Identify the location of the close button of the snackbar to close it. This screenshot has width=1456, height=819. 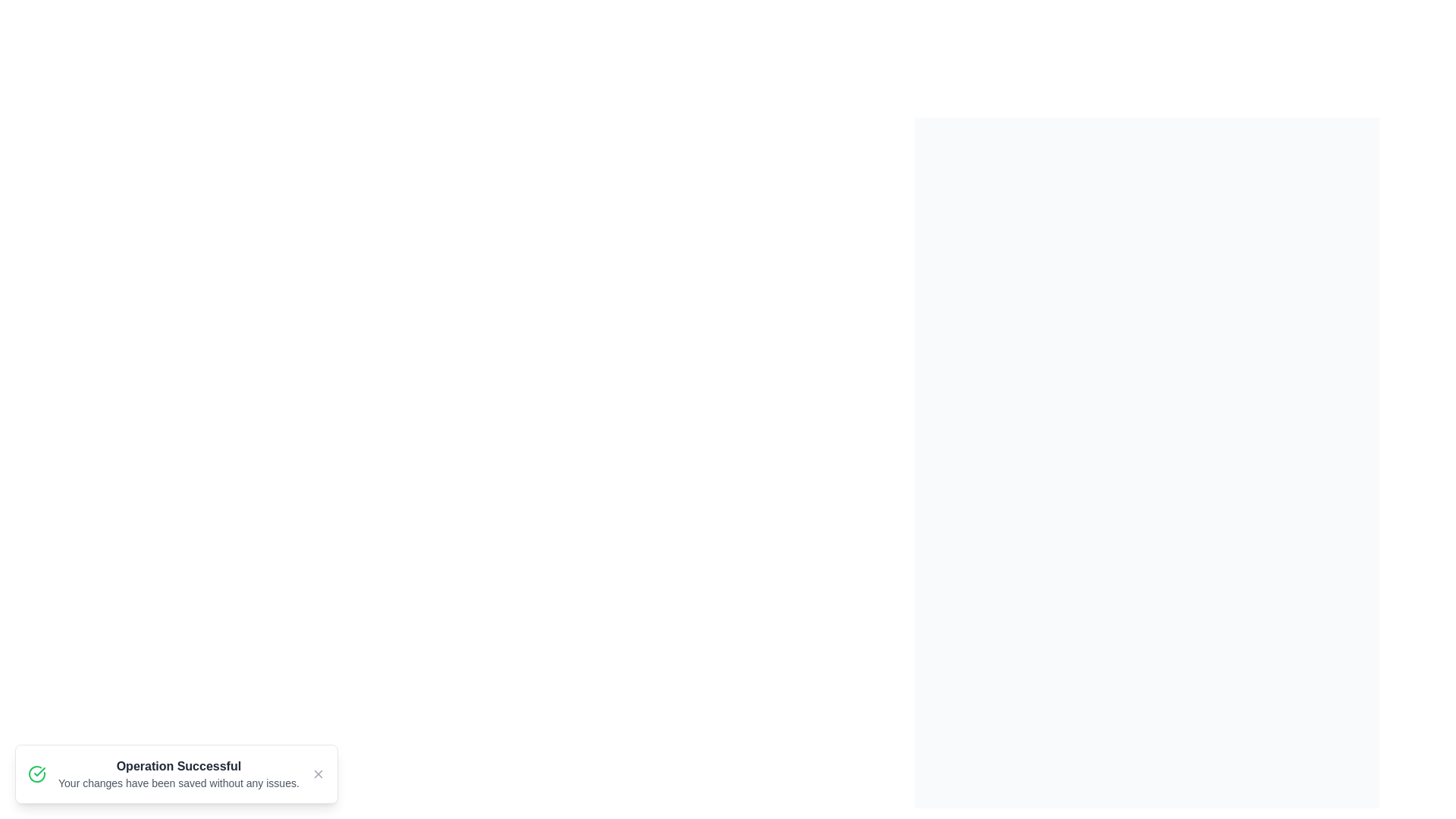
(317, 774).